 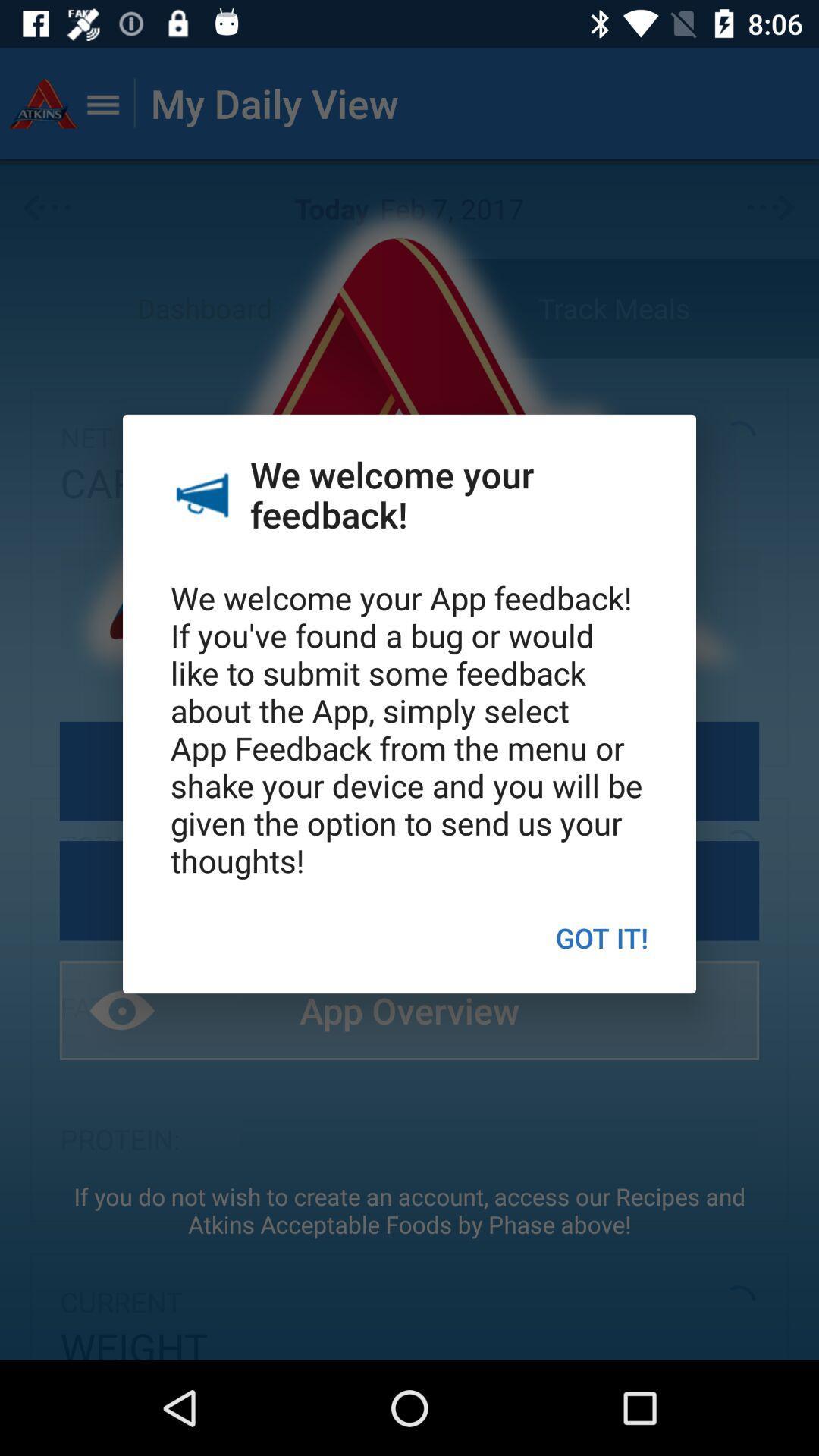 I want to click on the item below the we welcome your icon, so click(x=601, y=937).